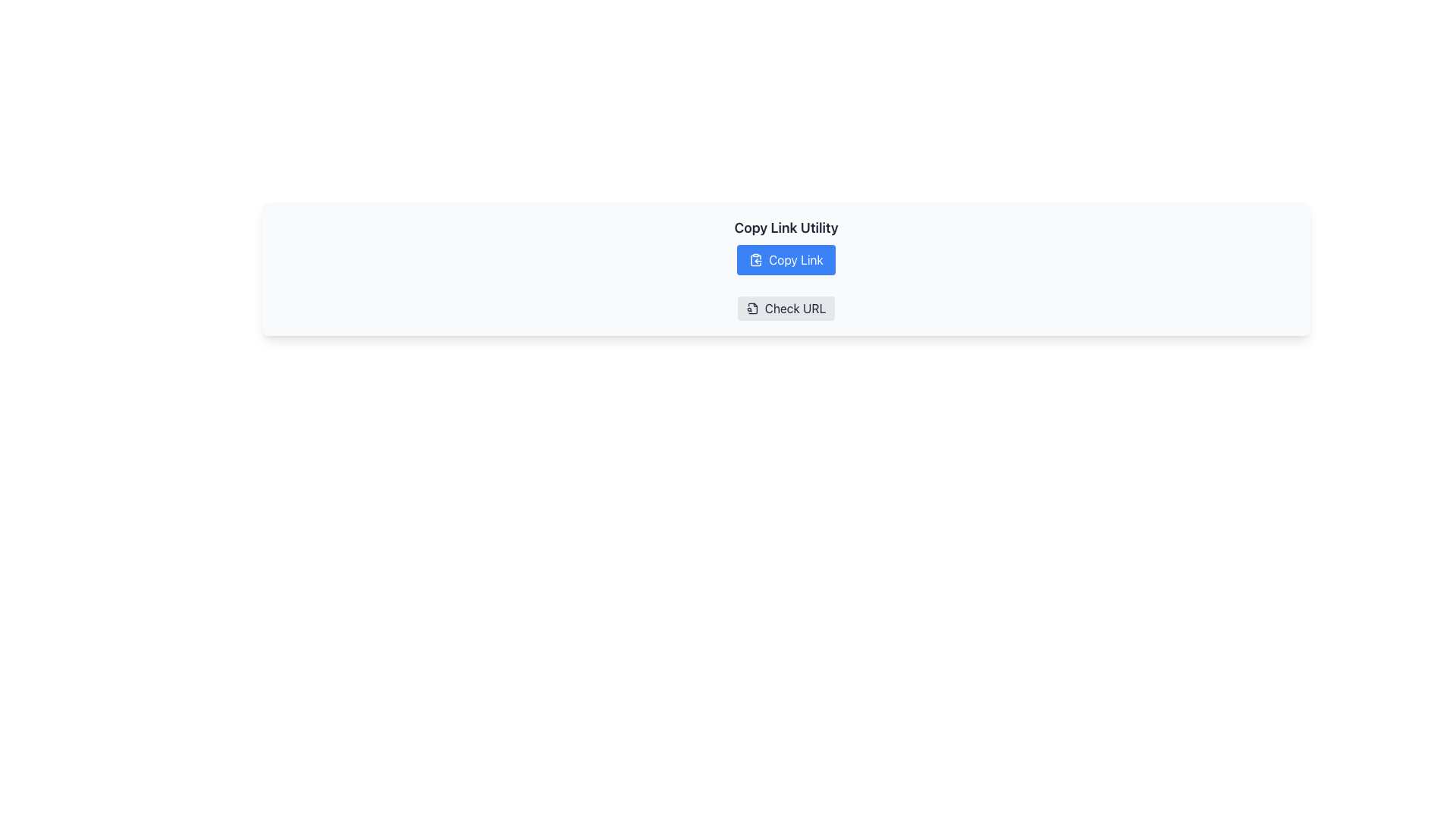  I want to click on the 'Check URL' button, which displays the text 'Check URL' with a file search icon, positioned below the 'Copy Link' button, so click(786, 308).